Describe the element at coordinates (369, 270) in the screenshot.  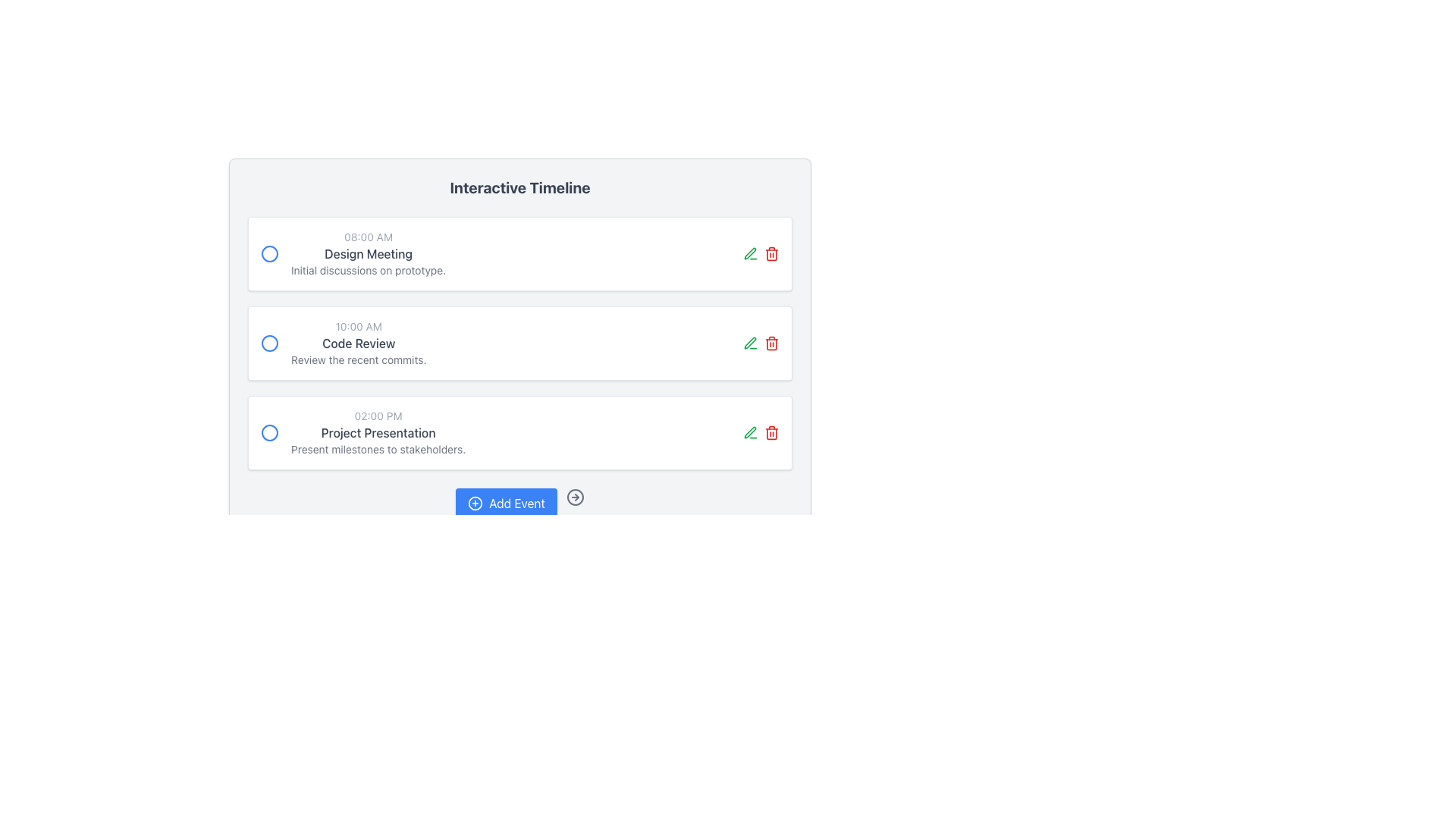
I see `text label that displays 'Initial discussions on prototype.' which is styled in small gray font and located under the 'Design Meeting' title in the timeline event box` at that location.